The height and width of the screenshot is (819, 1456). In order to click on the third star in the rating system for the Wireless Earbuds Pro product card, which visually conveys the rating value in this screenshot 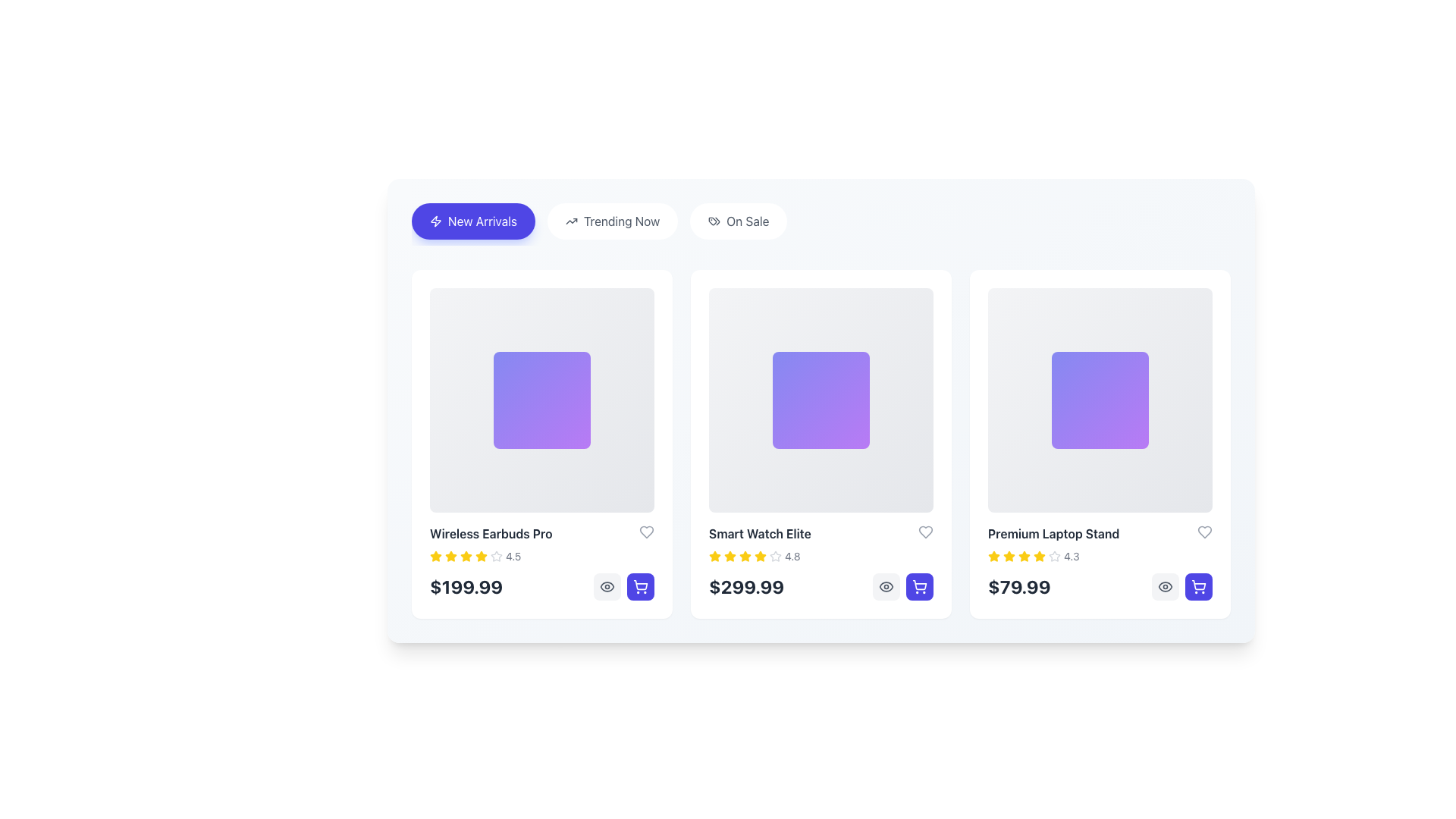, I will do `click(465, 556)`.